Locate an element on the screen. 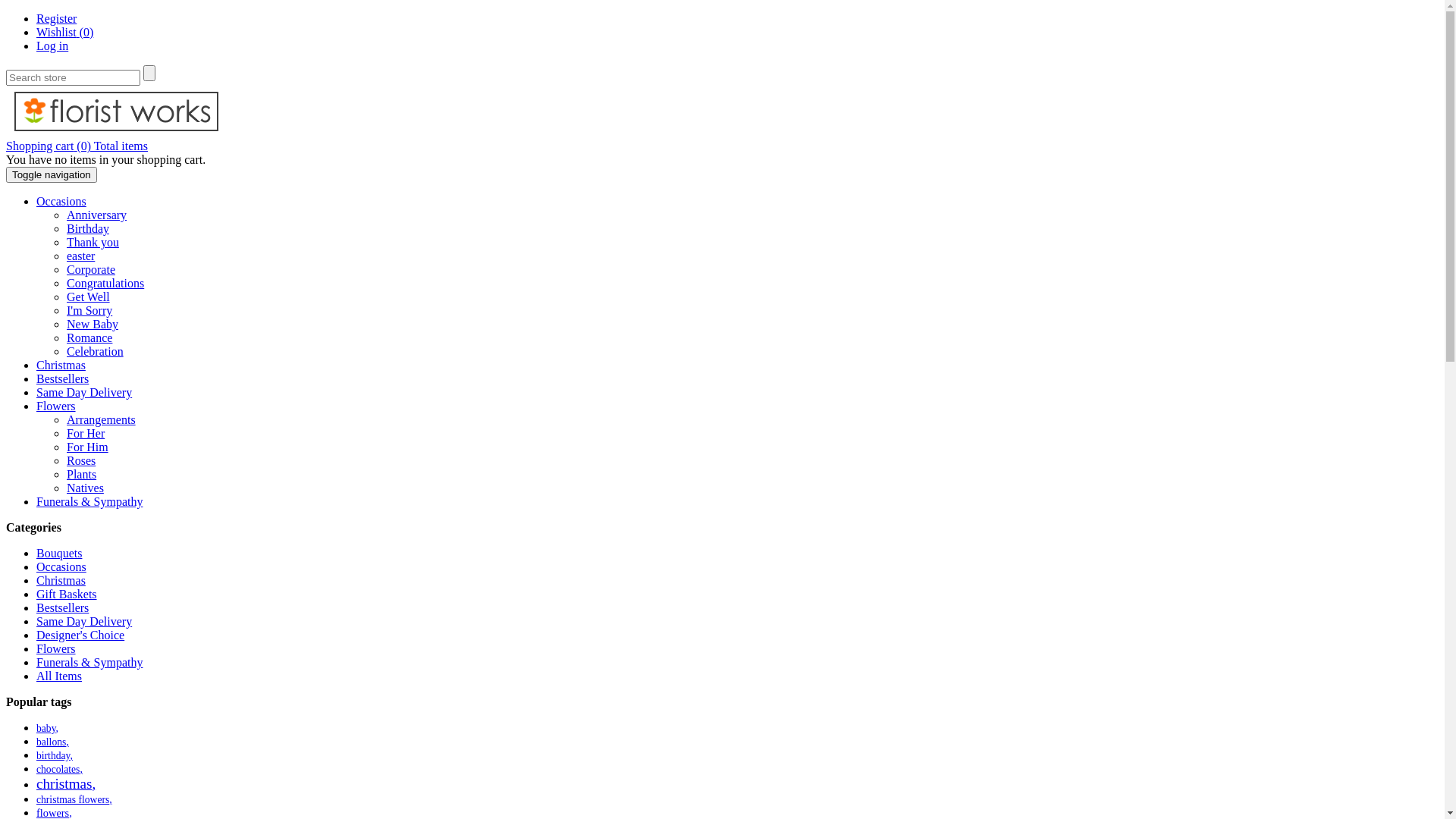 This screenshot has width=1456, height=819. 'easter' is located at coordinates (65, 255).